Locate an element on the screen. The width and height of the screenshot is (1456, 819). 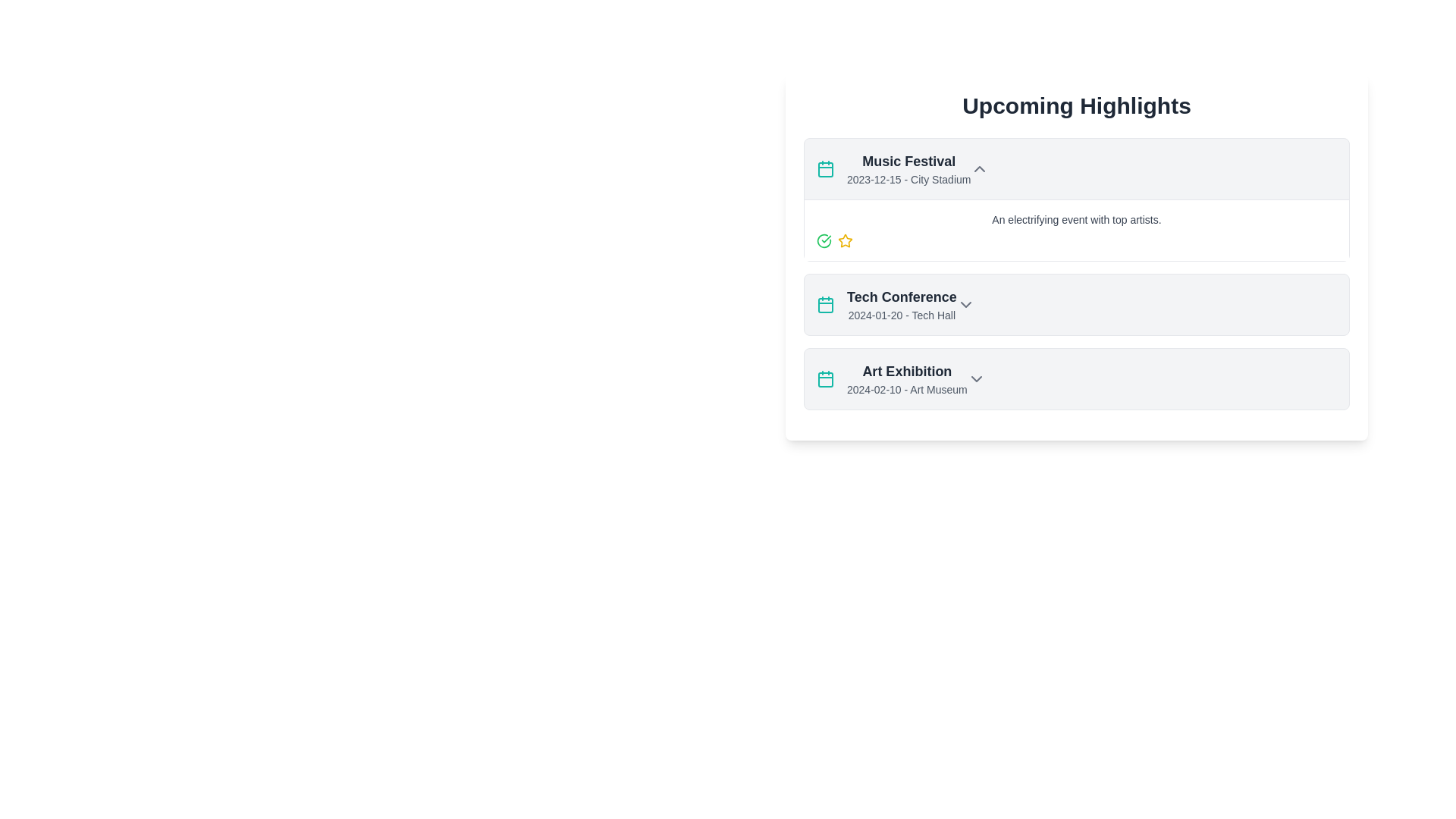
the calendar icon located to the left of the 'Music Festival' text in the first row under 'Upcoming Highlights' is located at coordinates (825, 169).